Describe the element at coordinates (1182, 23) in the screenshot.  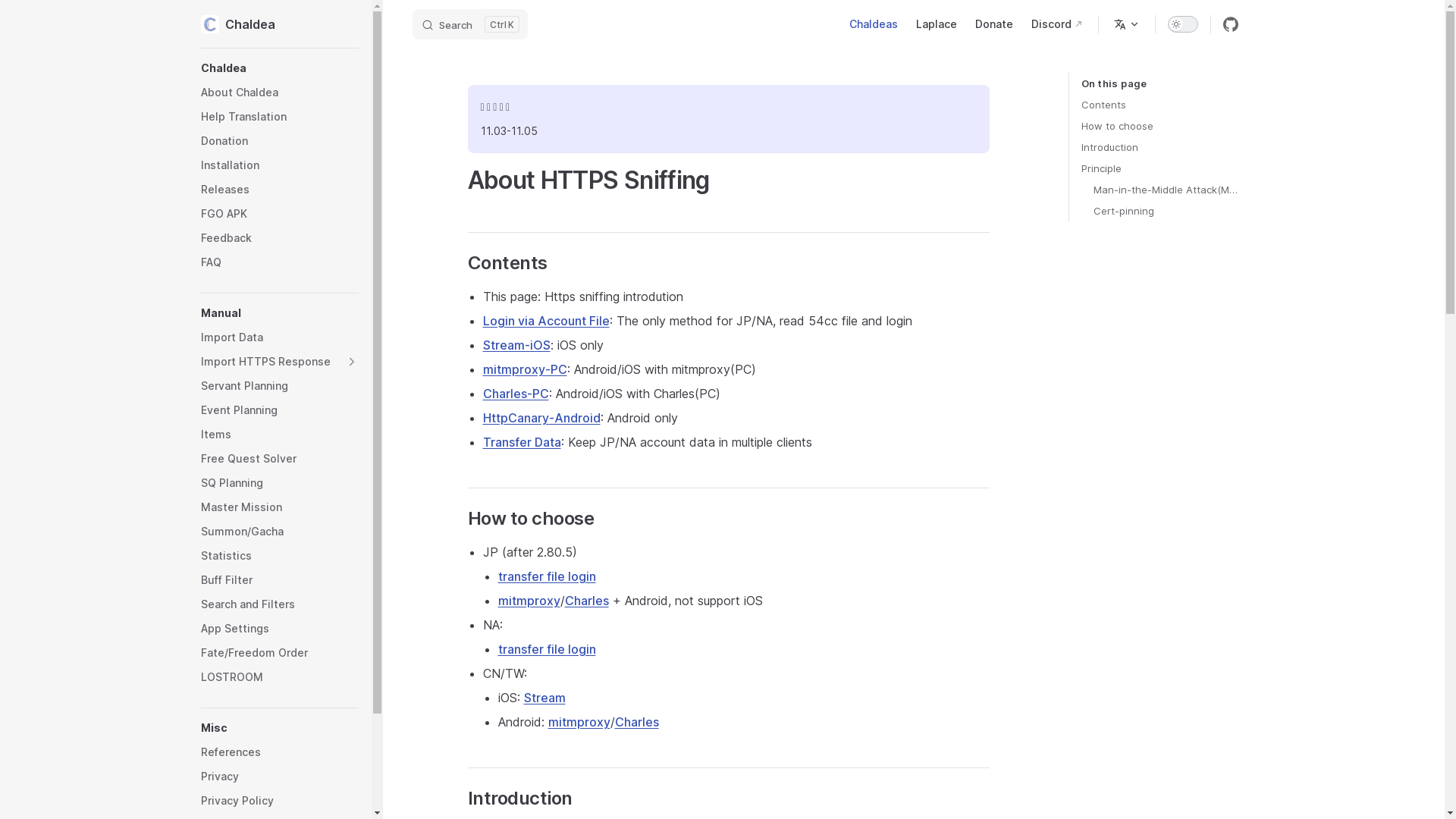
I see `'toggle dark mode'` at that location.